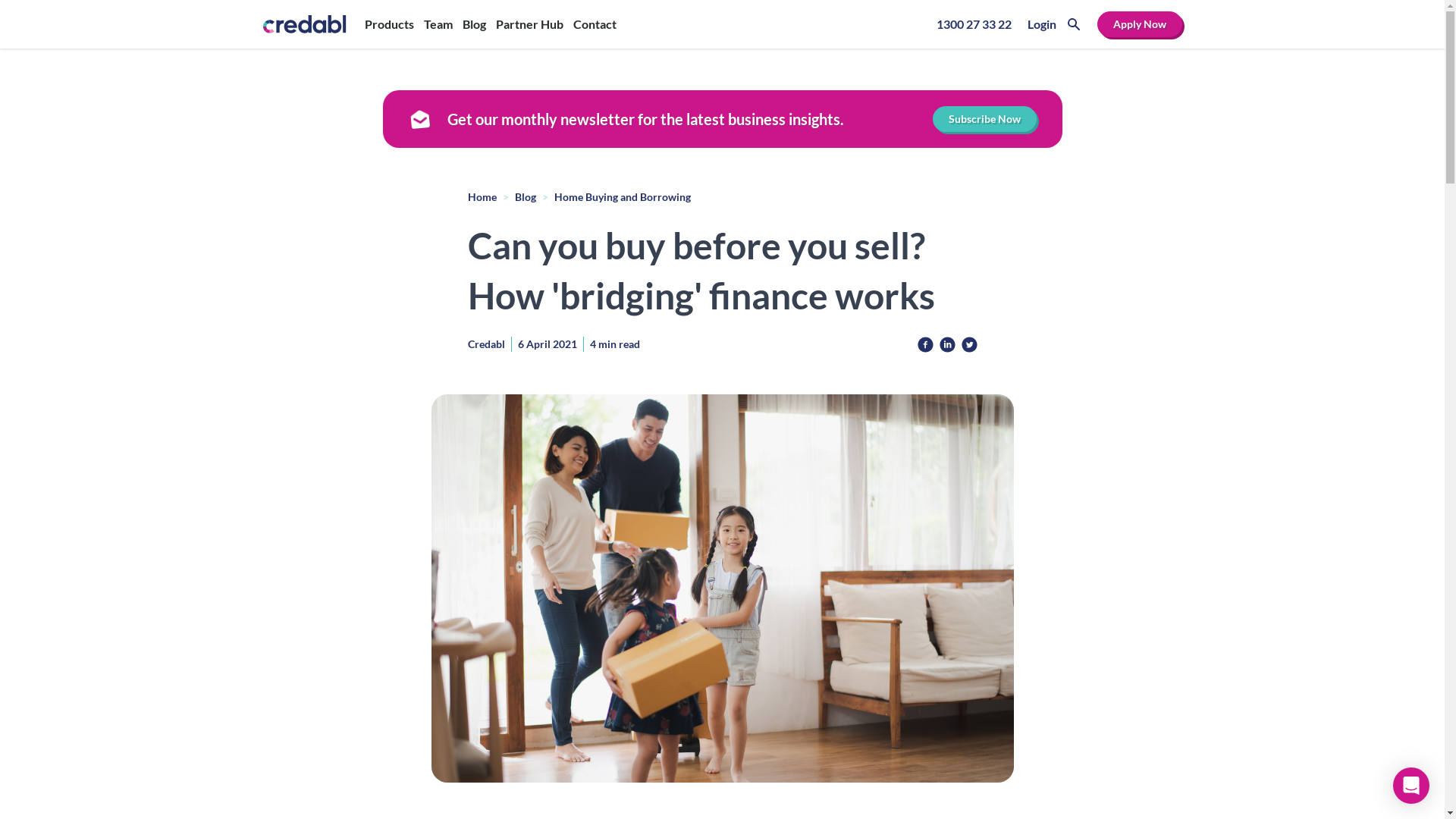 This screenshot has height=819, width=1456. I want to click on 'Apply Now', so click(1139, 24).